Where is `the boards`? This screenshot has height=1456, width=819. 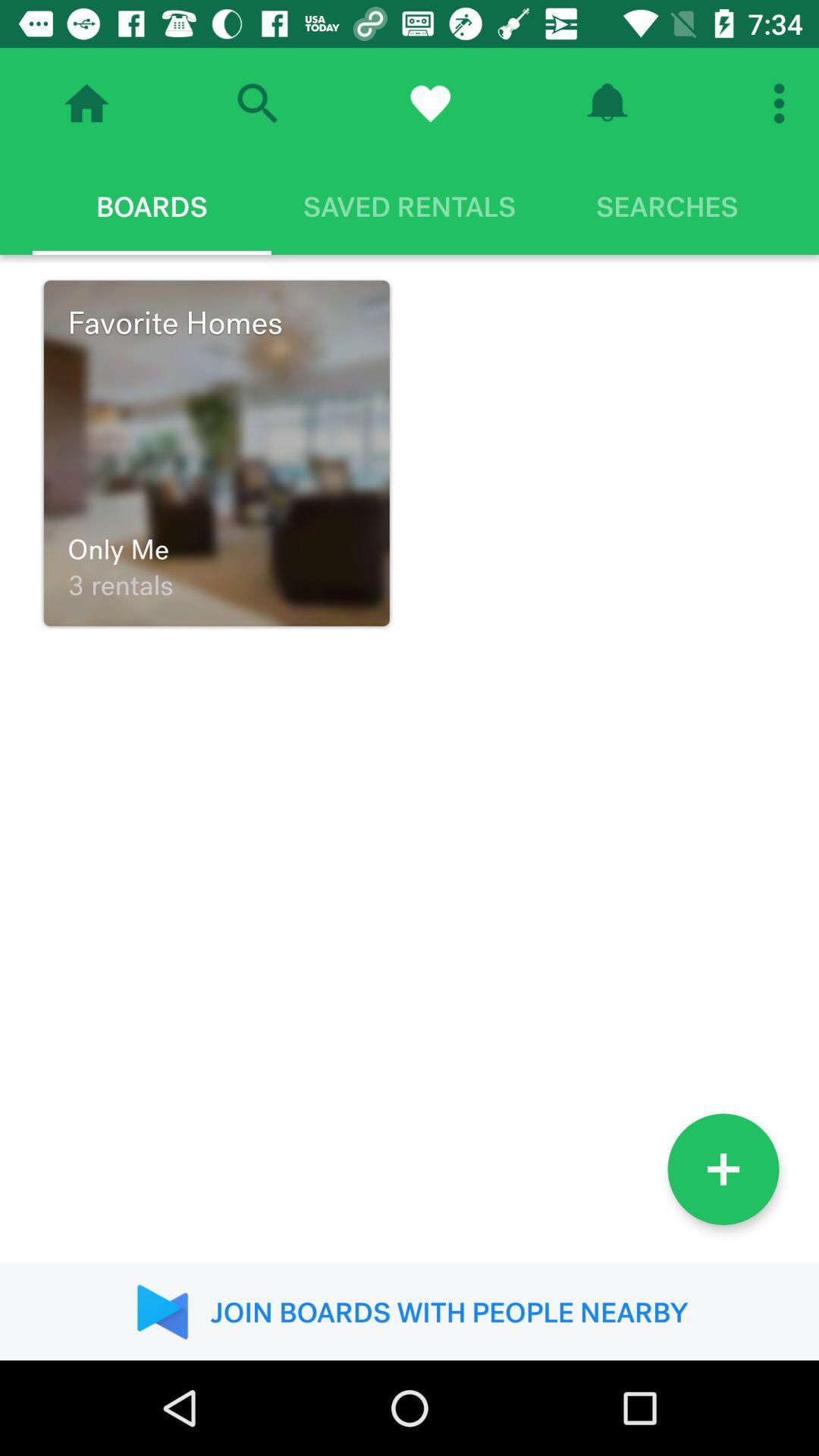 the boards is located at coordinates (152, 206).